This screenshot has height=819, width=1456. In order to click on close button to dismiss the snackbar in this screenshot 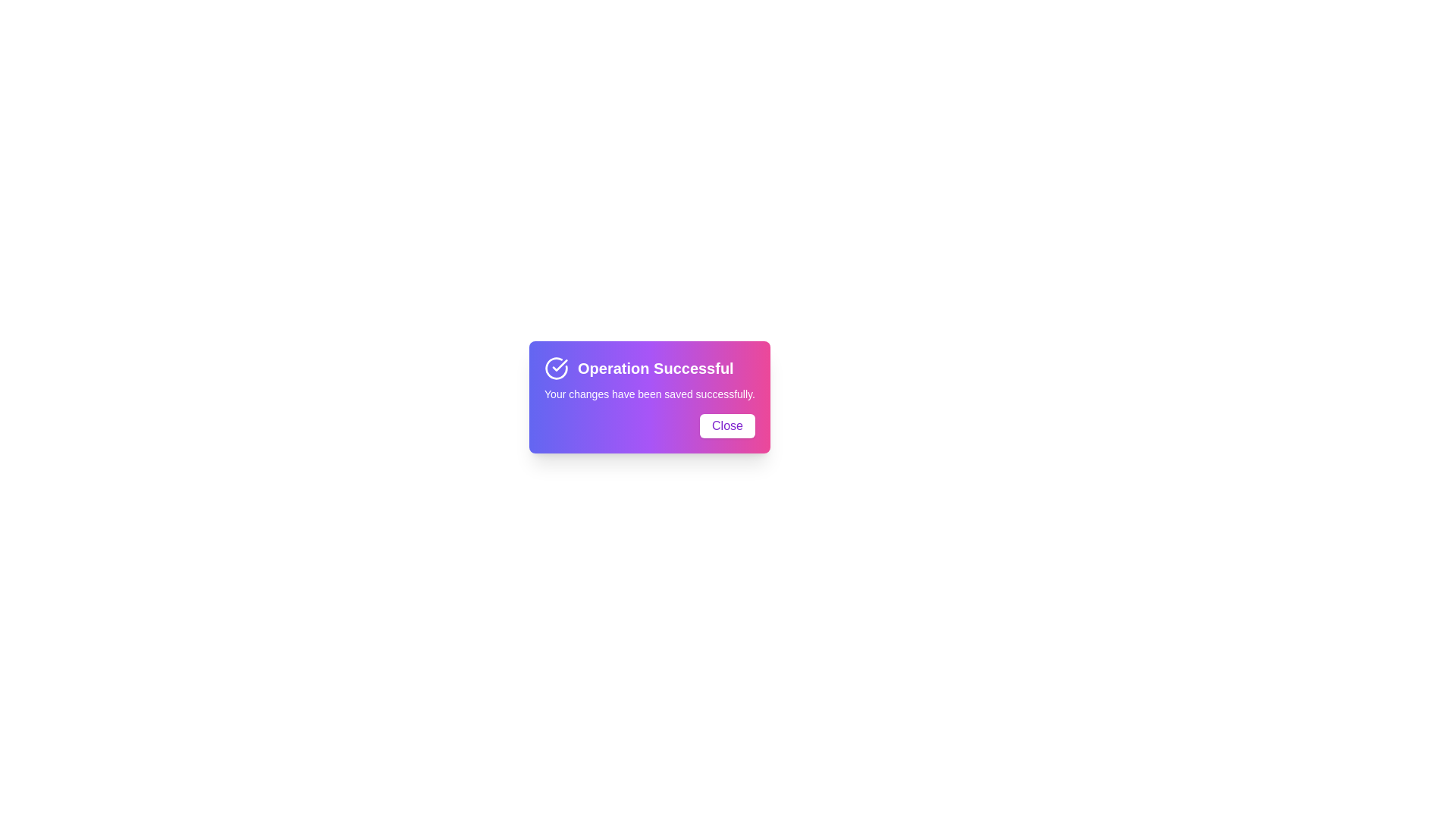, I will do `click(726, 426)`.